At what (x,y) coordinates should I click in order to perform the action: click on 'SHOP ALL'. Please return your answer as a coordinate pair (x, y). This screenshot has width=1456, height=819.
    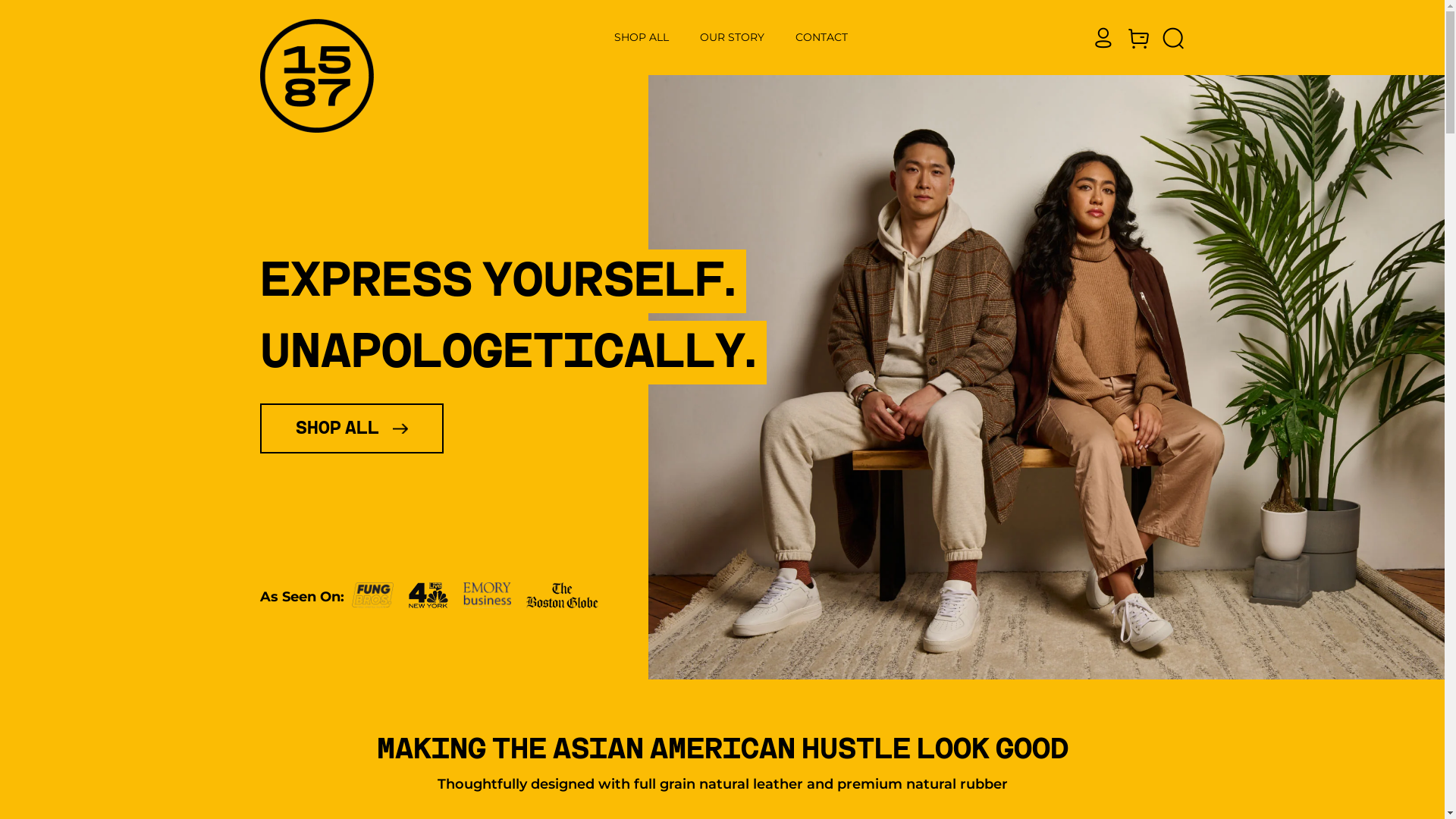
    Looking at the image, I should click on (350, 428).